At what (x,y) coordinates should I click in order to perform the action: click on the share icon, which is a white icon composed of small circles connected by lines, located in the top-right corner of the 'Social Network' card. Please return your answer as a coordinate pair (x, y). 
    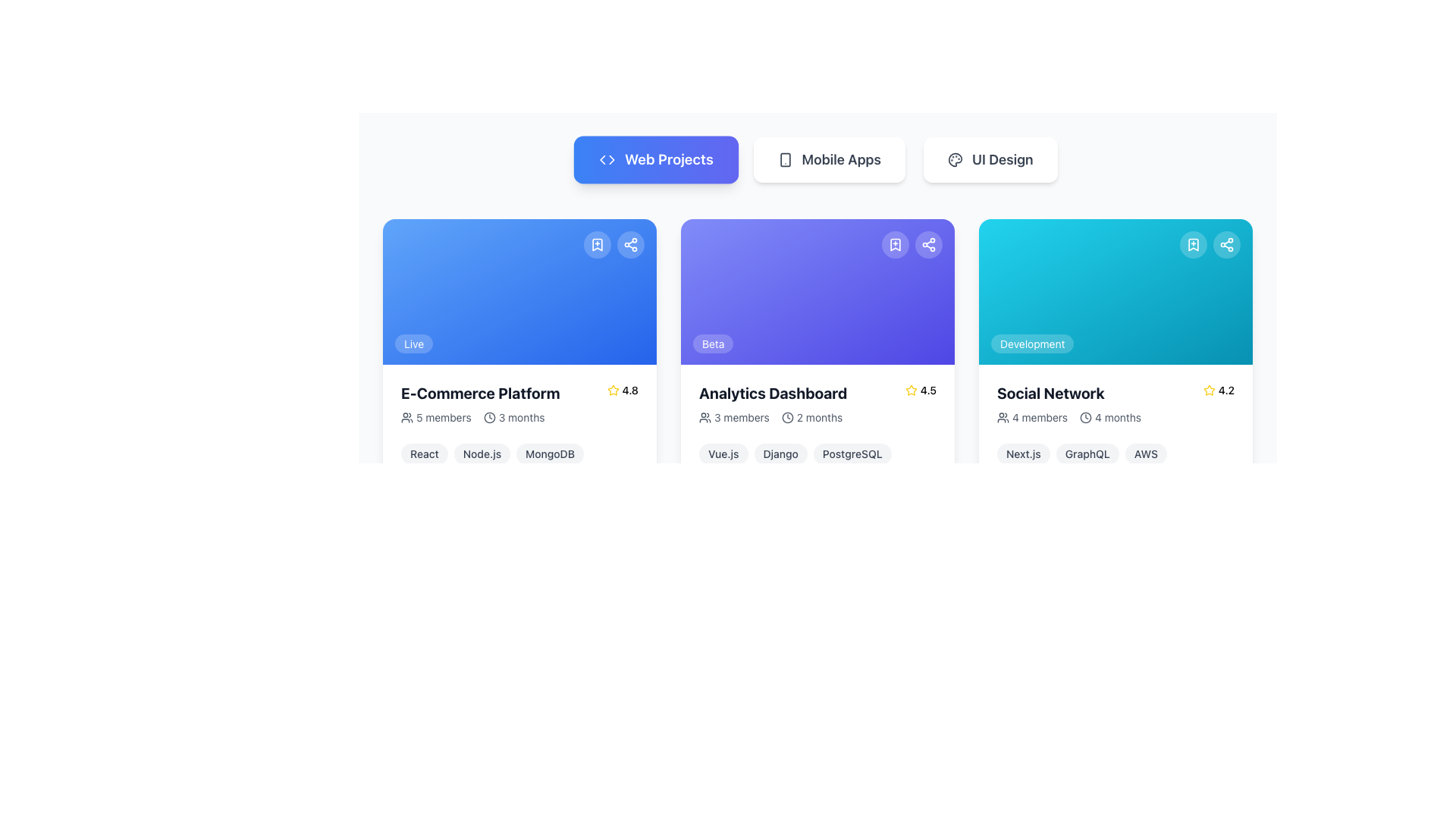
    Looking at the image, I should click on (1226, 244).